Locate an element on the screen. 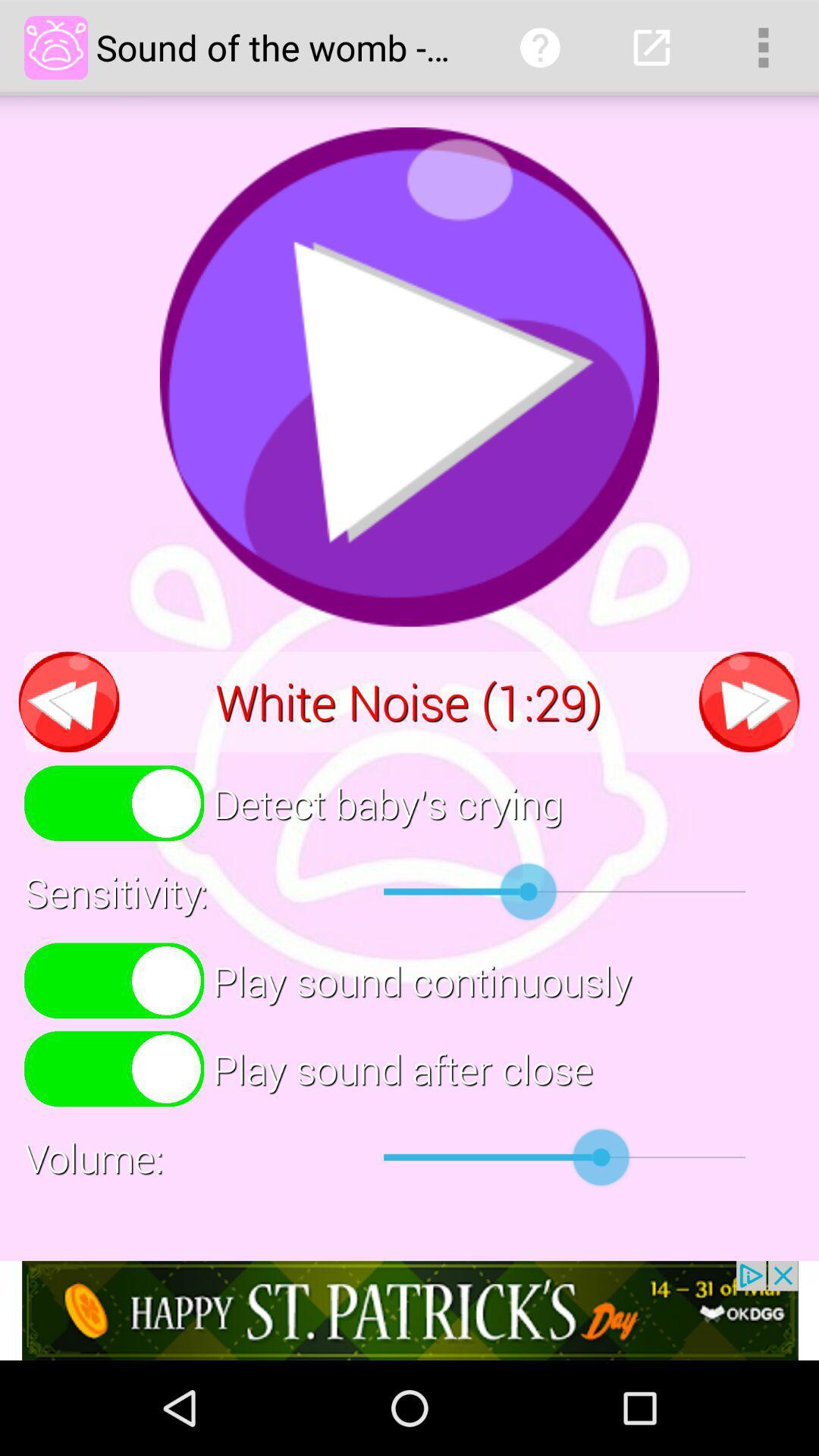  play opption is located at coordinates (409, 377).